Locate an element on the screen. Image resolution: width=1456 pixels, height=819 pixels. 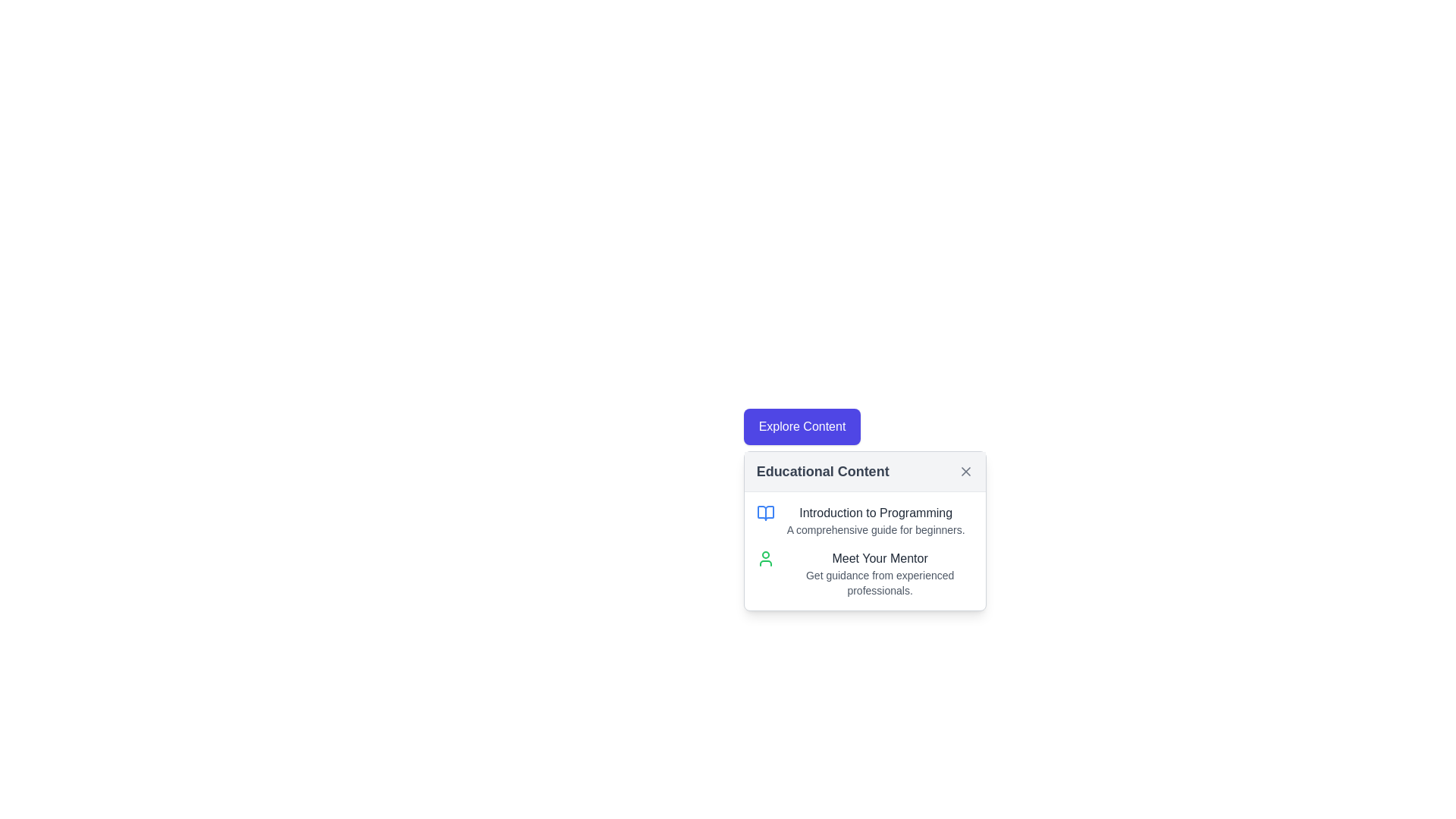
title 'Educational Content' from the Header bar with dismiss button, which is a rectangular gray bar containing the text on the left and a dismiss 'X' icon on the right is located at coordinates (864, 471).